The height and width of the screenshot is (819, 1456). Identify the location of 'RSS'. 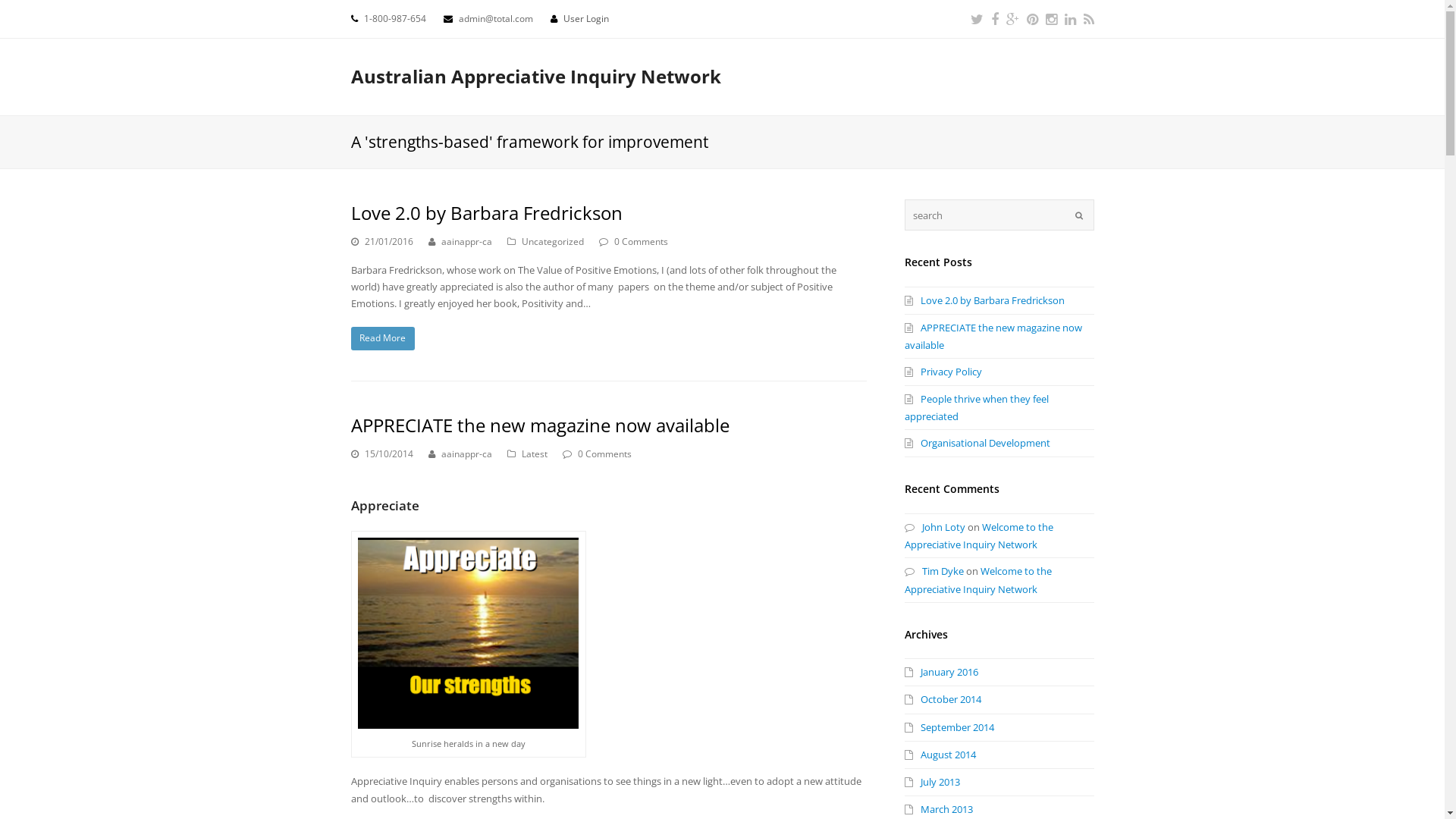
(1082, 18).